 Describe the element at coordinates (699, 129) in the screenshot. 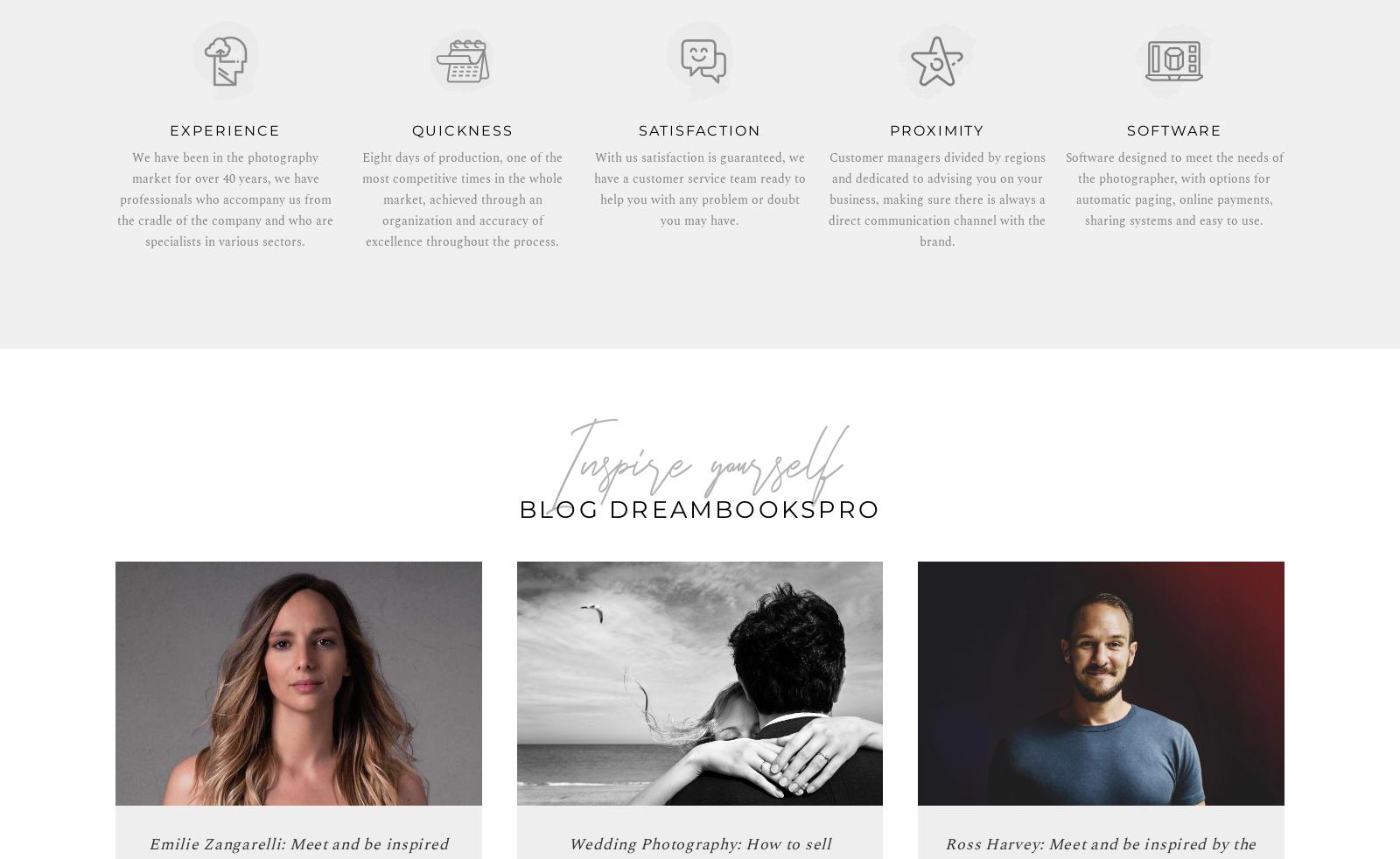

I see `'SATISFACTION'` at that location.